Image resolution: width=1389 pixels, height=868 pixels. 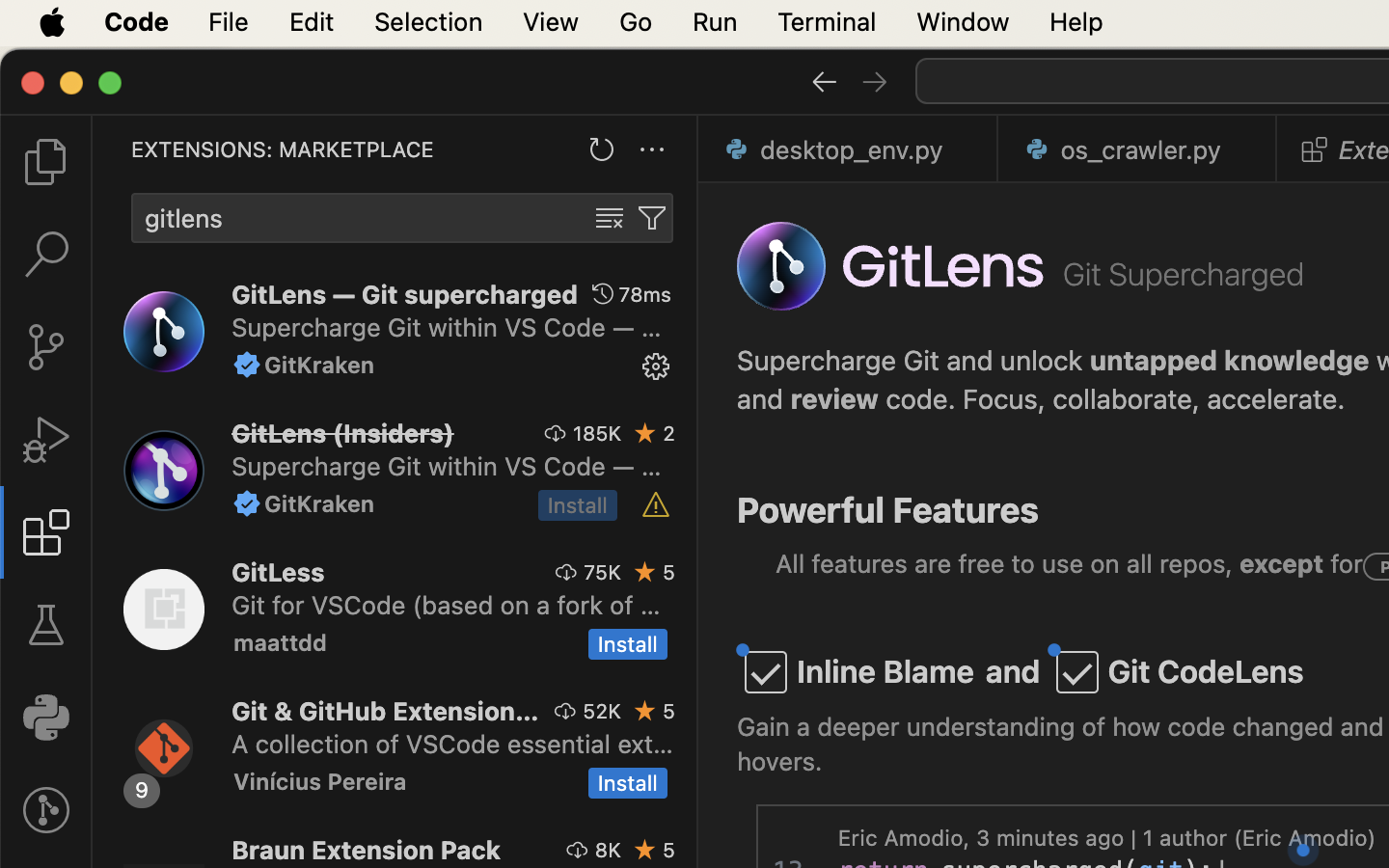 What do you see at coordinates (824, 79) in the screenshot?
I see `''` at bounding box center [824, 79].